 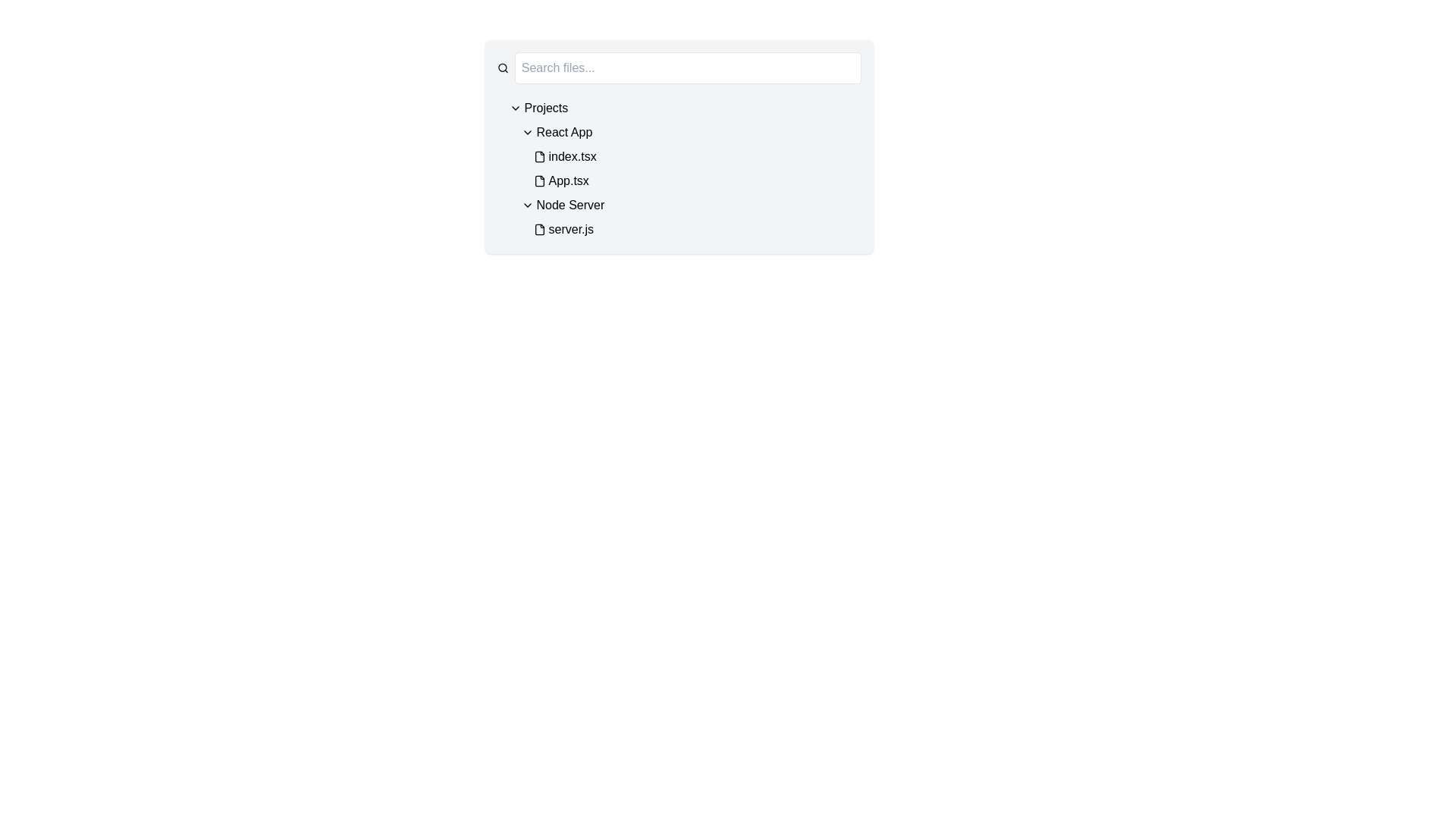 I want to click on the chevron-down icon located to the left of the text 'Node Server', so click(x=527, y=205).